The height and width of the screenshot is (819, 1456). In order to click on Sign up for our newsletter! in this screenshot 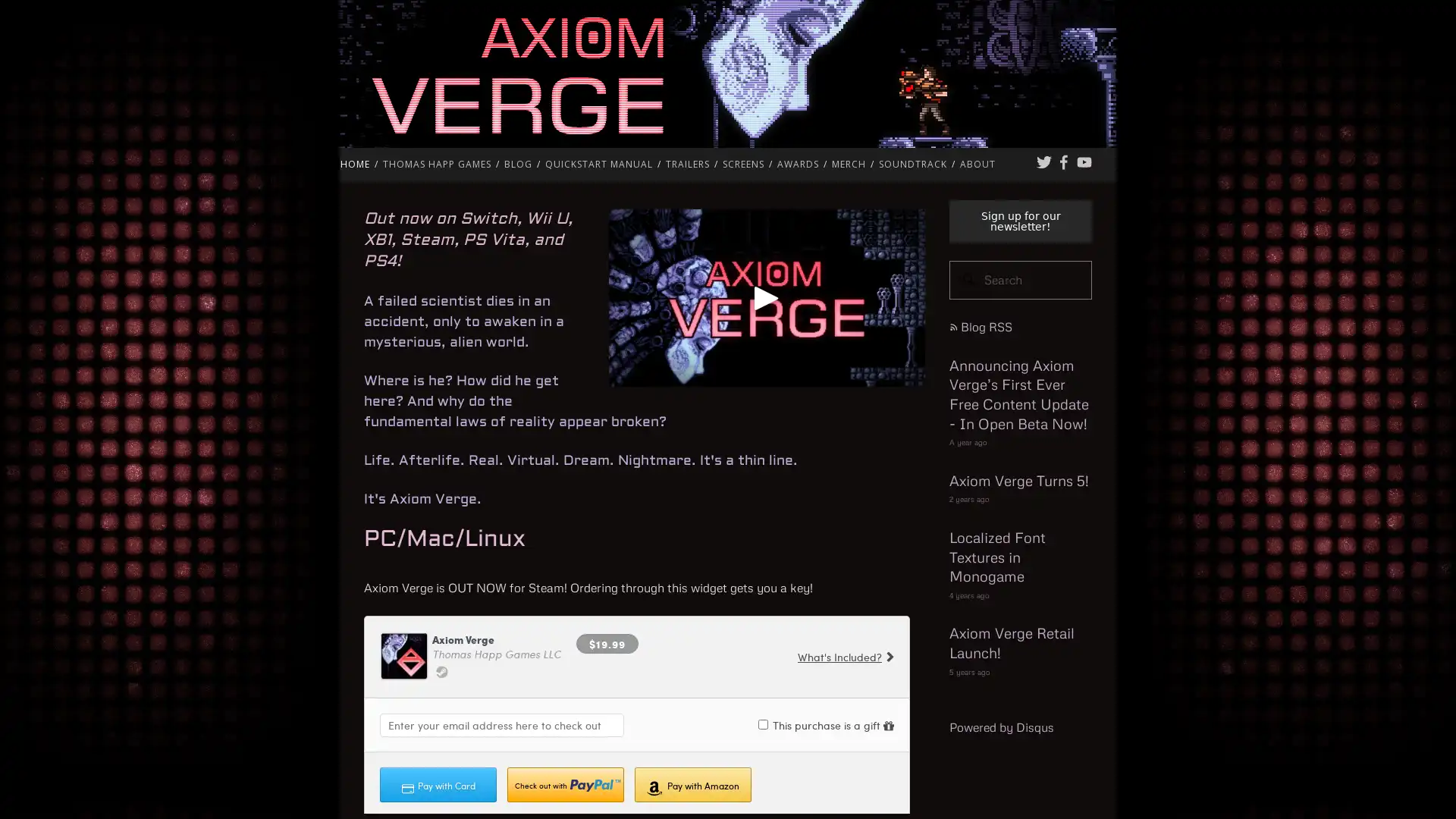, I will do `click(1020, 220)`.